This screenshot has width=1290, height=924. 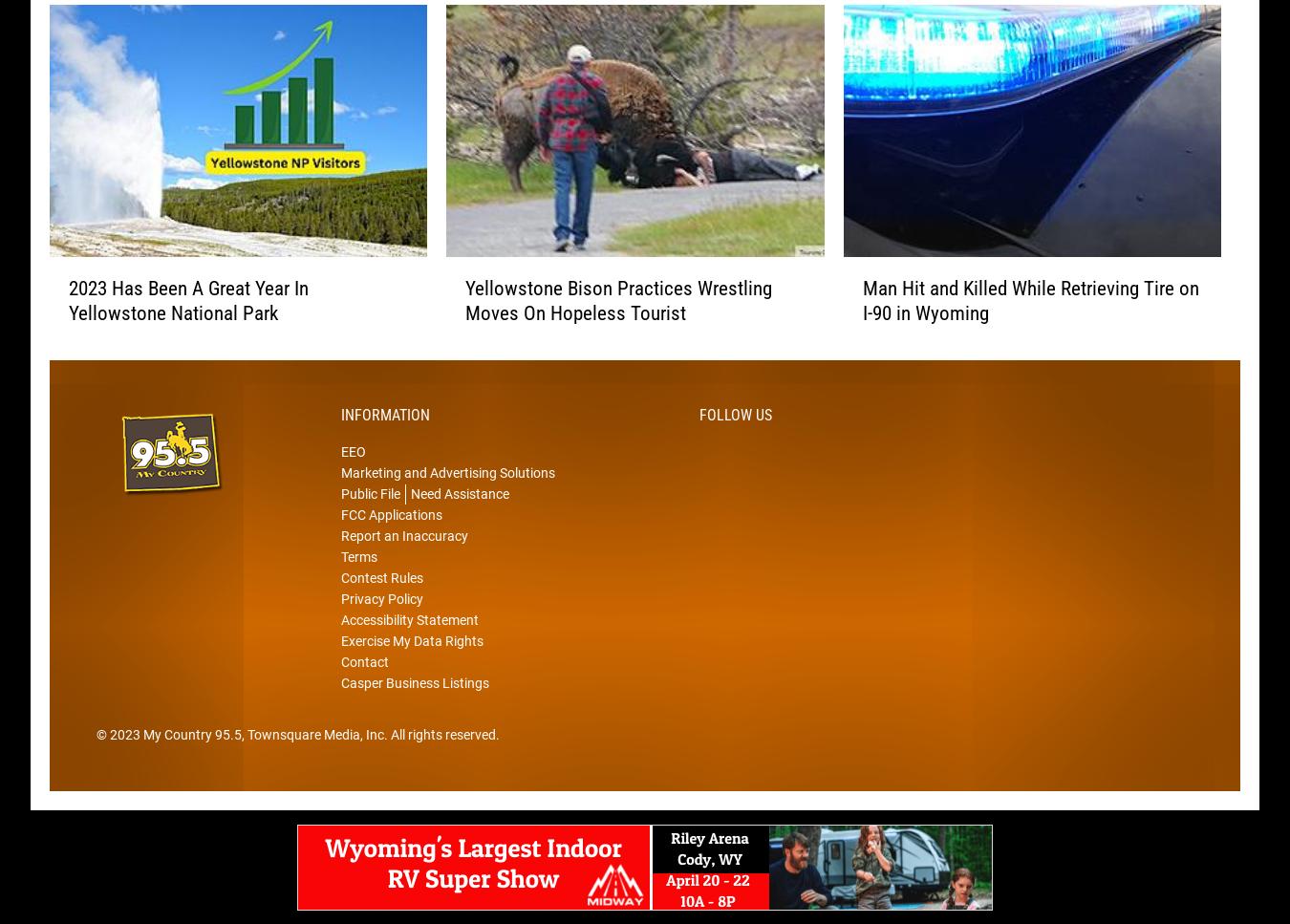 I want to click on '. All rights reserved.', so click(x=441, y=763).